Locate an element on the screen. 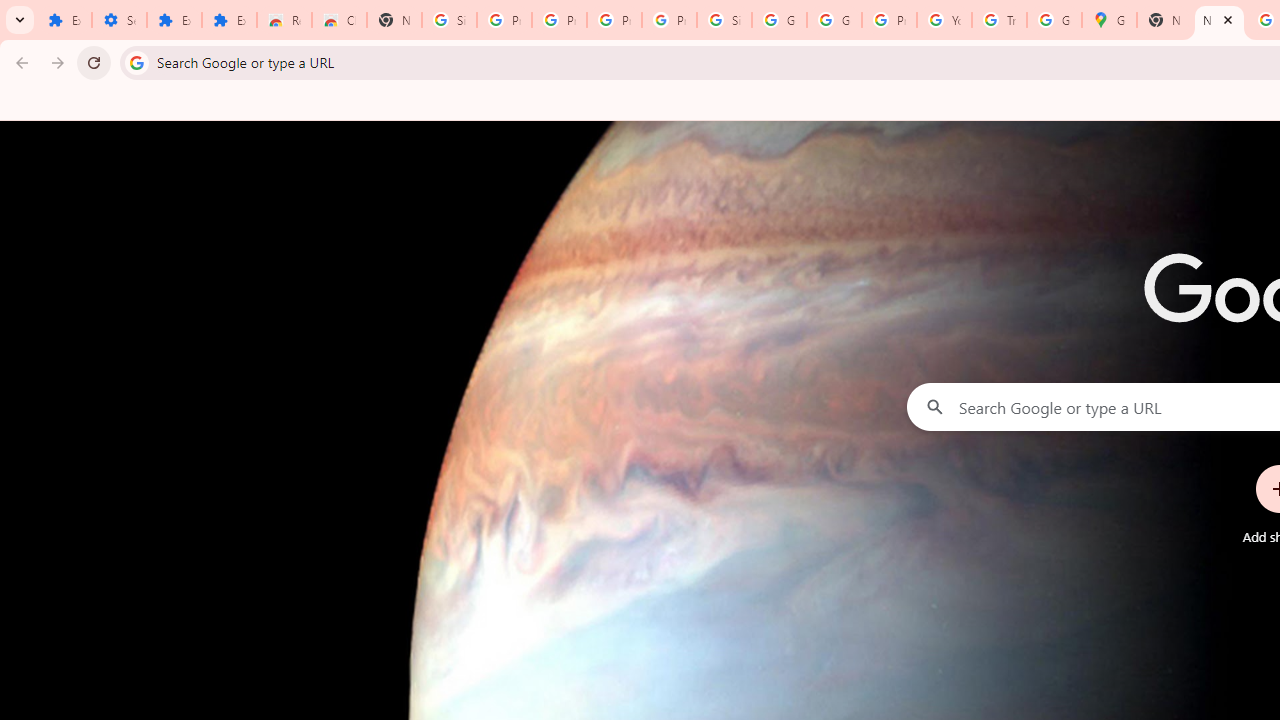 This screenshot has width=1280, height=720. 'New Tab' is located at coordinates (1218, 20).